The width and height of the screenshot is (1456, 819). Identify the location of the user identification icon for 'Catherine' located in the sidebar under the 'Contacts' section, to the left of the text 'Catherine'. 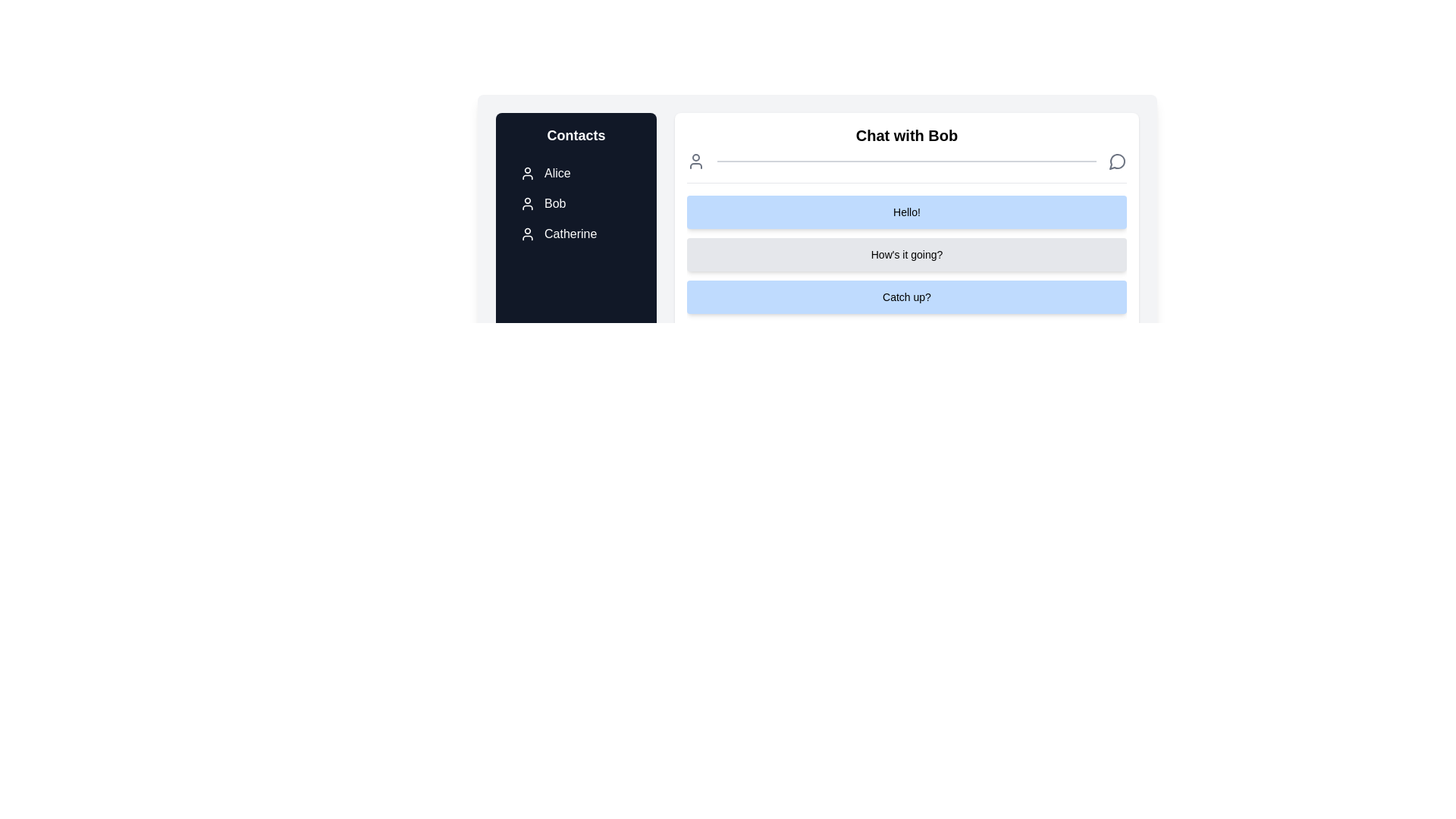
(528, 234).